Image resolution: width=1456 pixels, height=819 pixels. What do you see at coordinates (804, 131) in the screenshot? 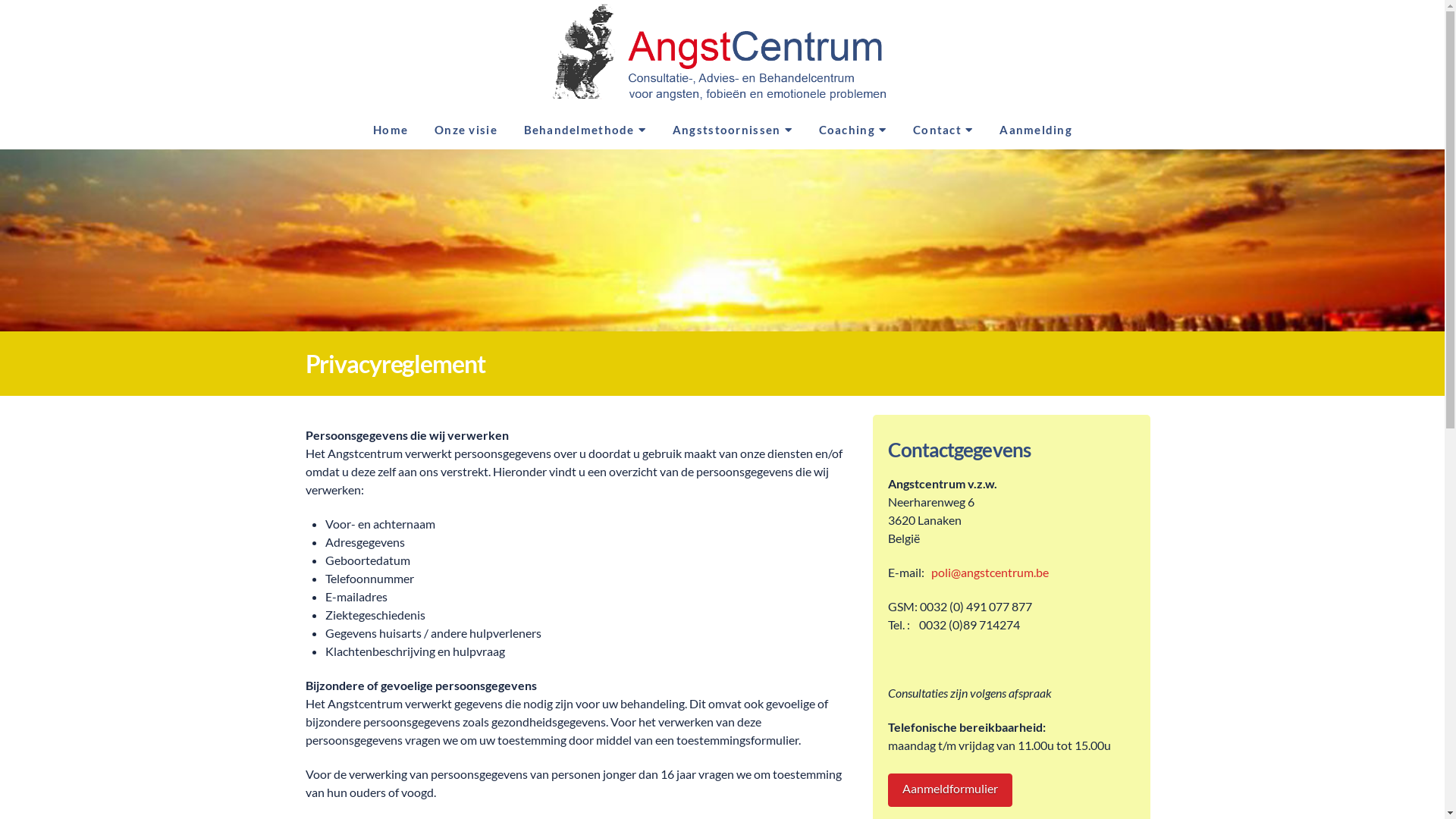
I see `'Coaching'` at bounding box center [804, 131].